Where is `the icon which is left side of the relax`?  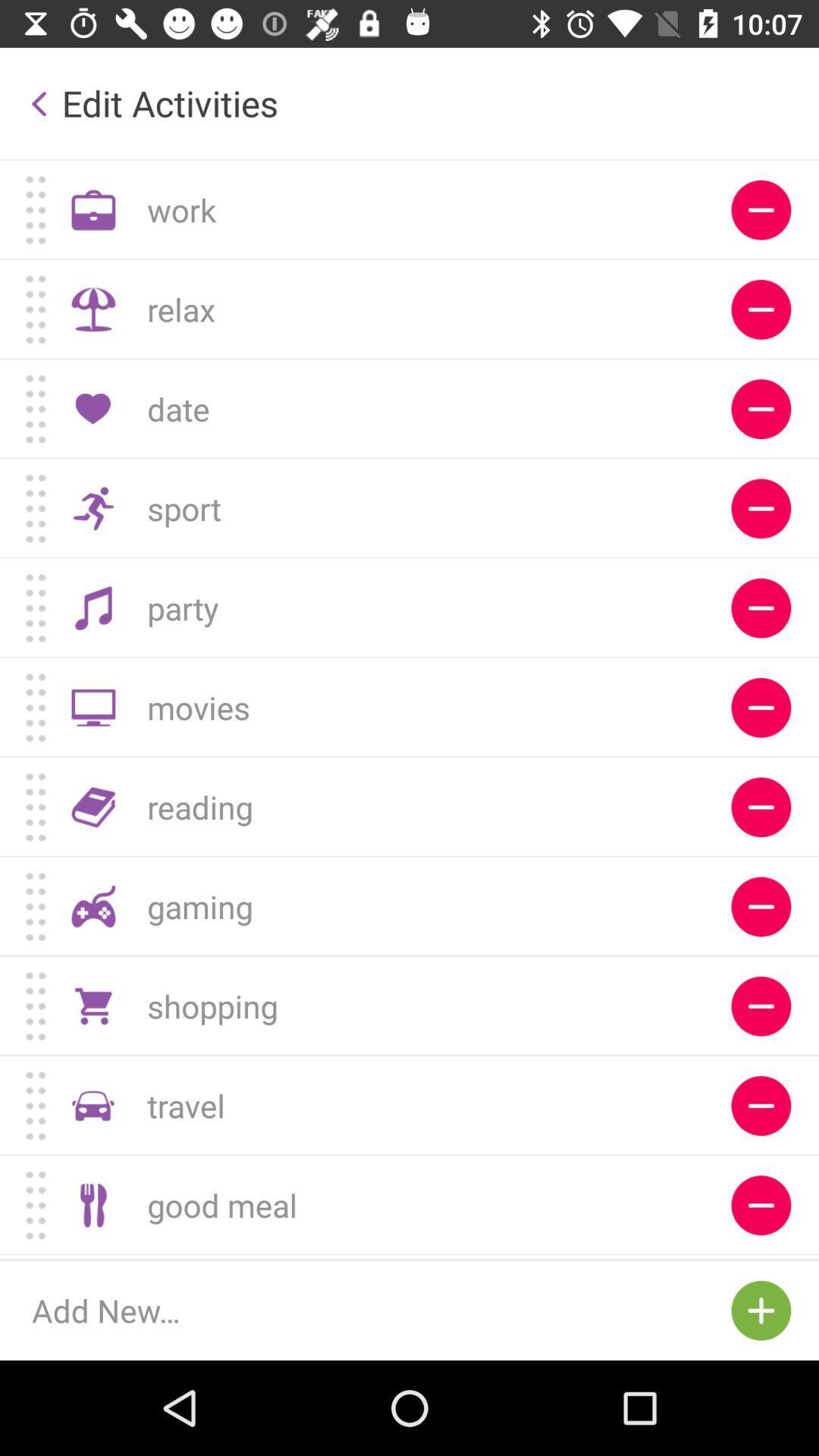 the icon which is left side of the relax is located at coordinates (93, 309).